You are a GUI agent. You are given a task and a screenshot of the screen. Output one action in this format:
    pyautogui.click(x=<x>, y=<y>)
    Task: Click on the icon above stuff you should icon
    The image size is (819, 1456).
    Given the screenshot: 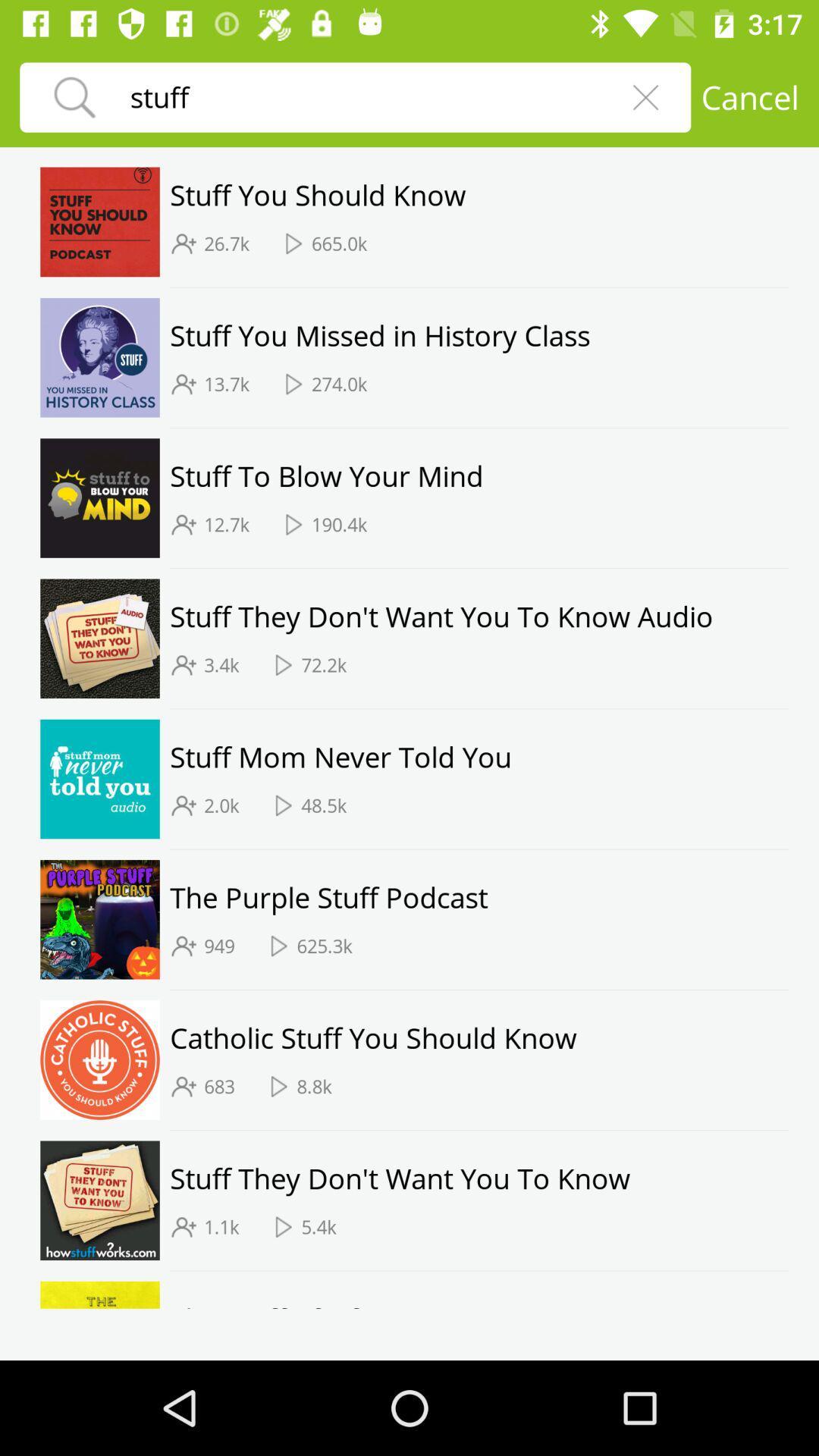 What is the action you would take?
    pyautogui.click(x=749, y=96)
    